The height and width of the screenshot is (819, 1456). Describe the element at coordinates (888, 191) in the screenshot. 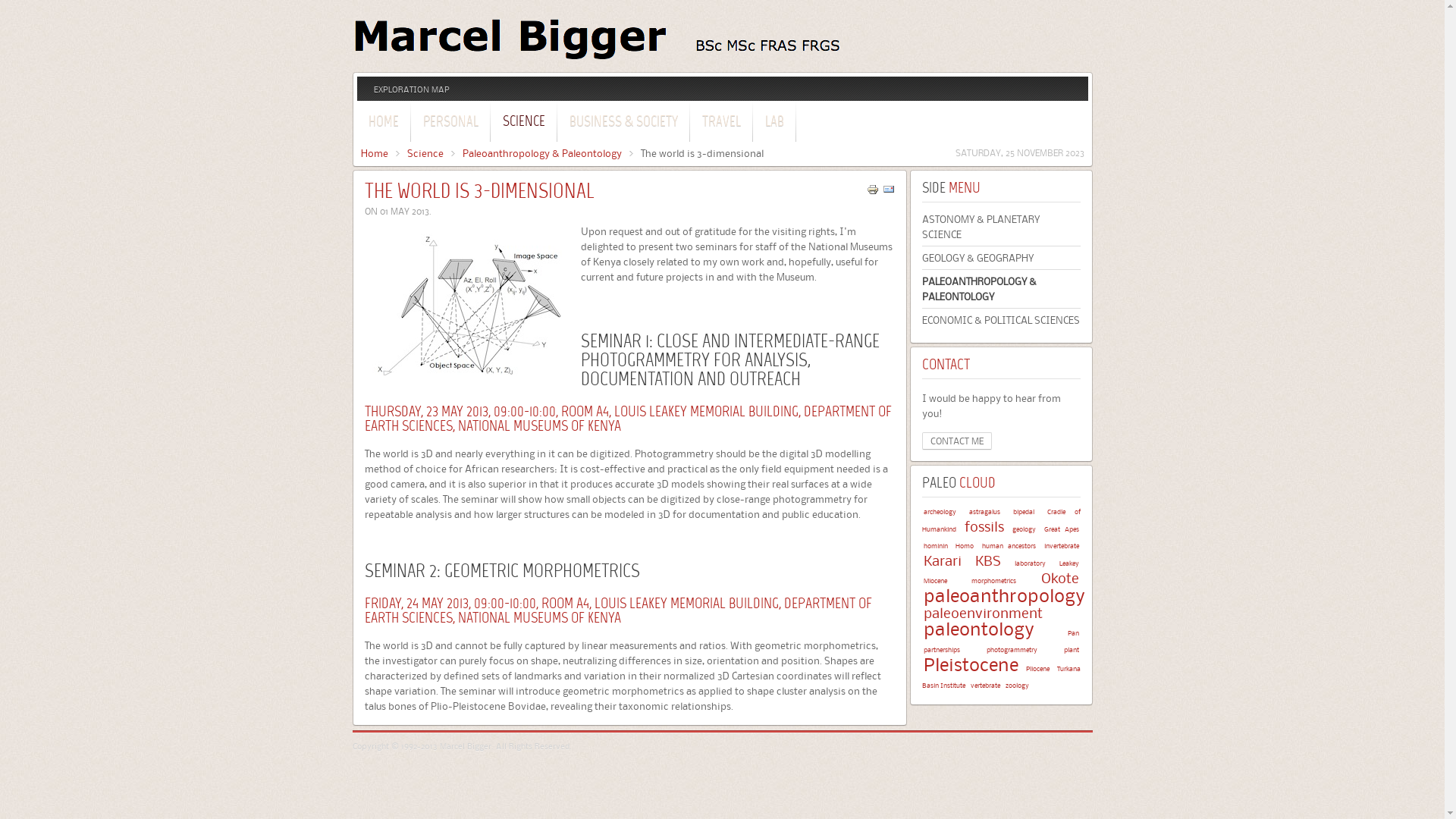

I see `'Email'` at that location.